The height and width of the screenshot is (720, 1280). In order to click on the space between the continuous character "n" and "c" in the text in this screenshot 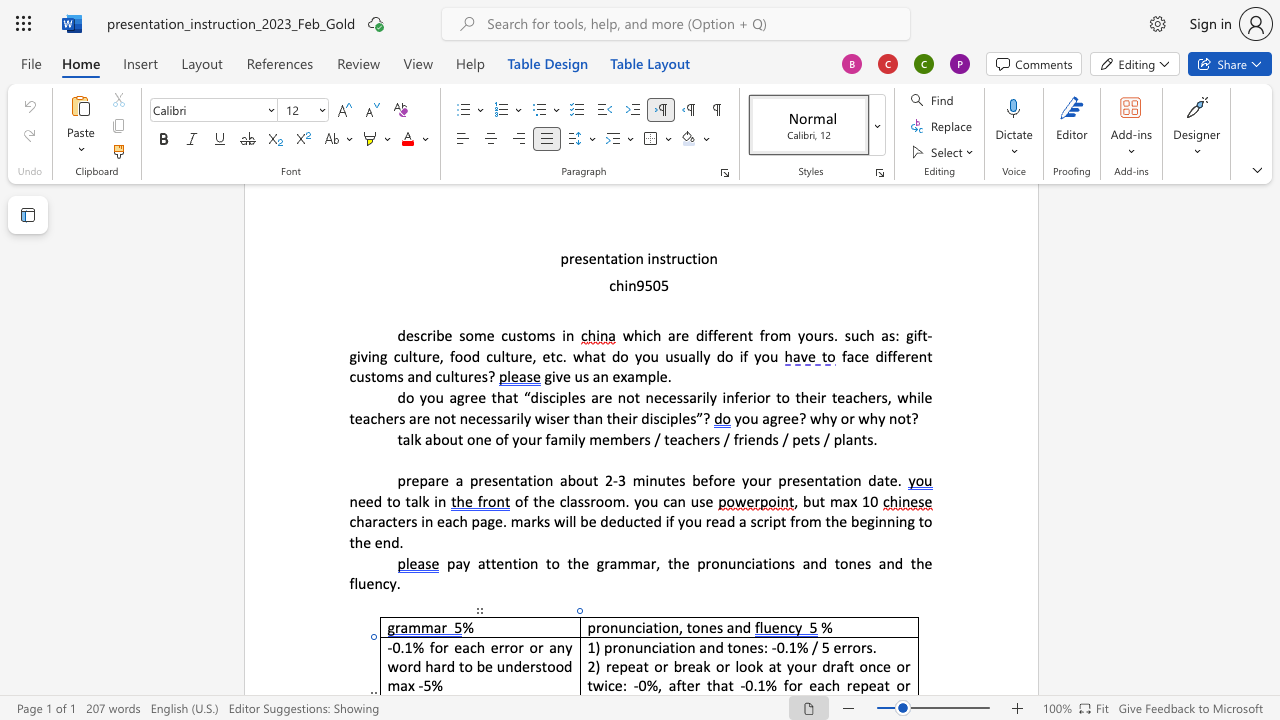, I will do `click(651, 647)`.